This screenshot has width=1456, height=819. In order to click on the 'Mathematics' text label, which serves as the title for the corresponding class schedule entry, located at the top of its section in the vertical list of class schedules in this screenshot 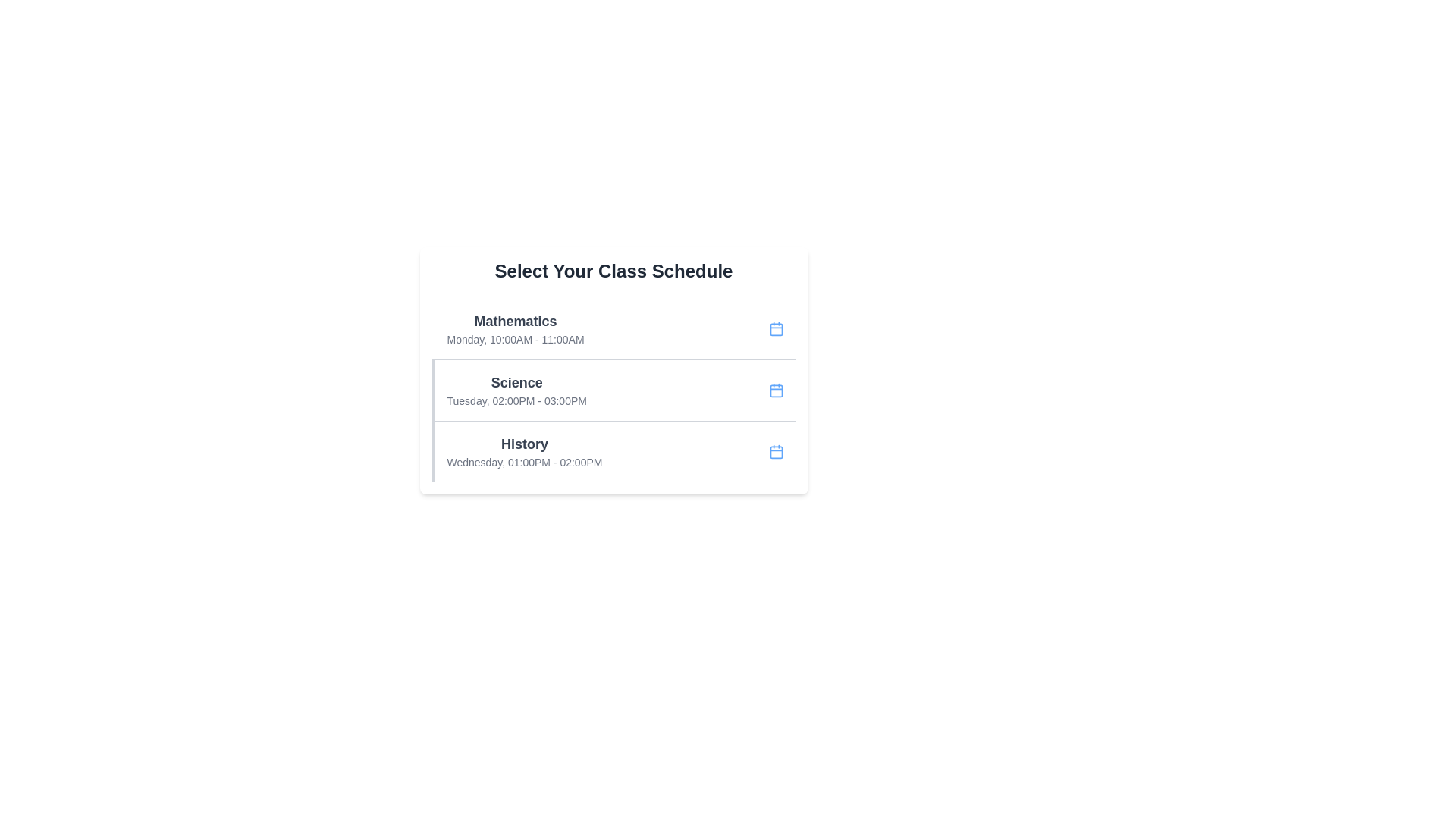, I will do `click(516, 321)`.